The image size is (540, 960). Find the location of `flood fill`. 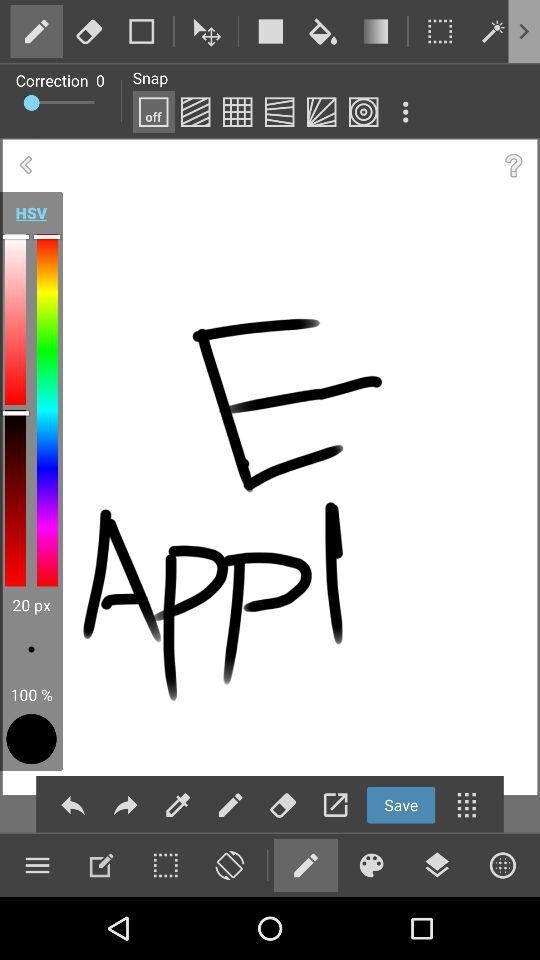

flood fill is located at coordinates (323, 30).